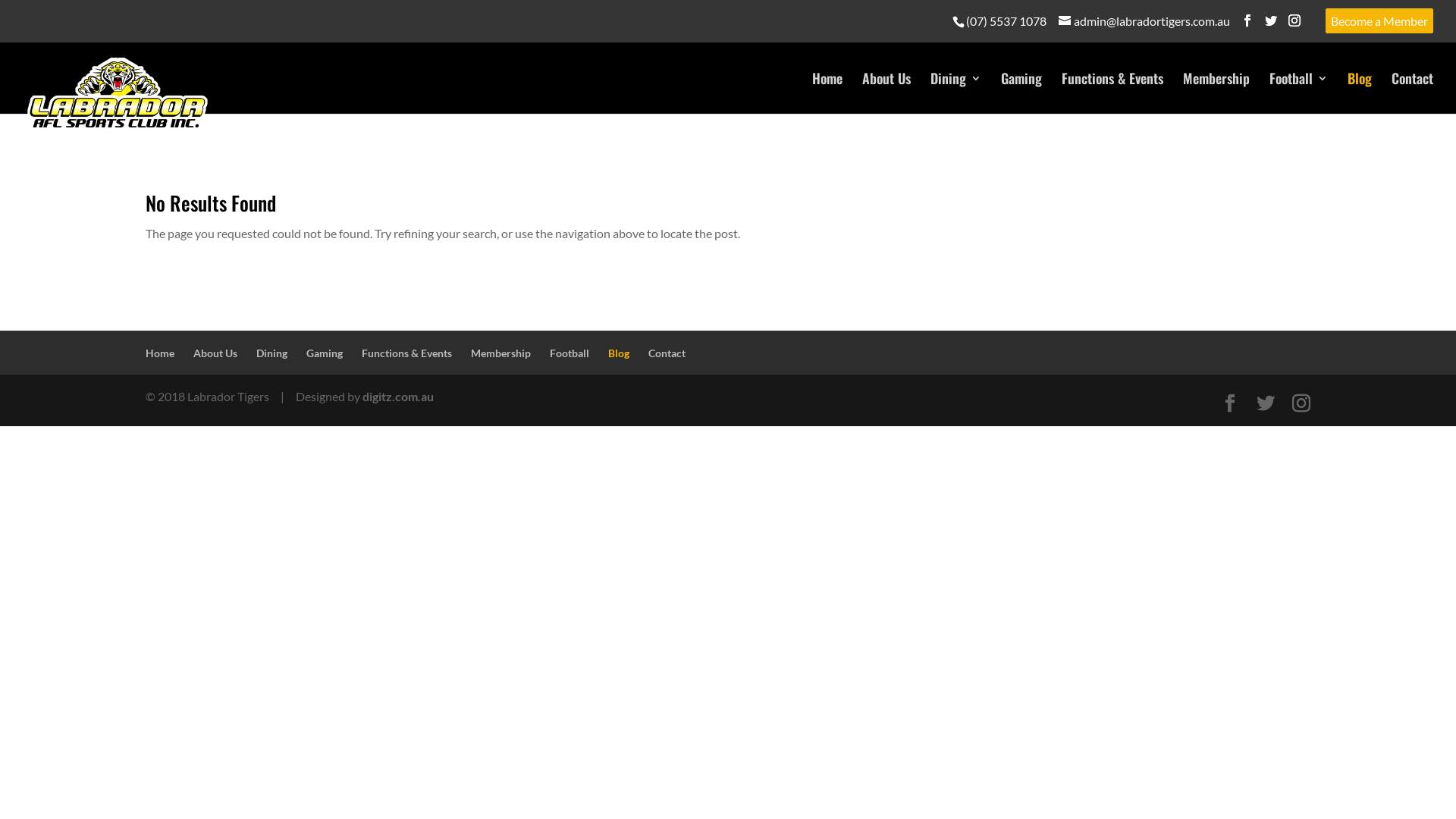  What do you see at coordinates (955, 93) in the screenshot?
I see `'Dining'` at bounding box center [955, 93].